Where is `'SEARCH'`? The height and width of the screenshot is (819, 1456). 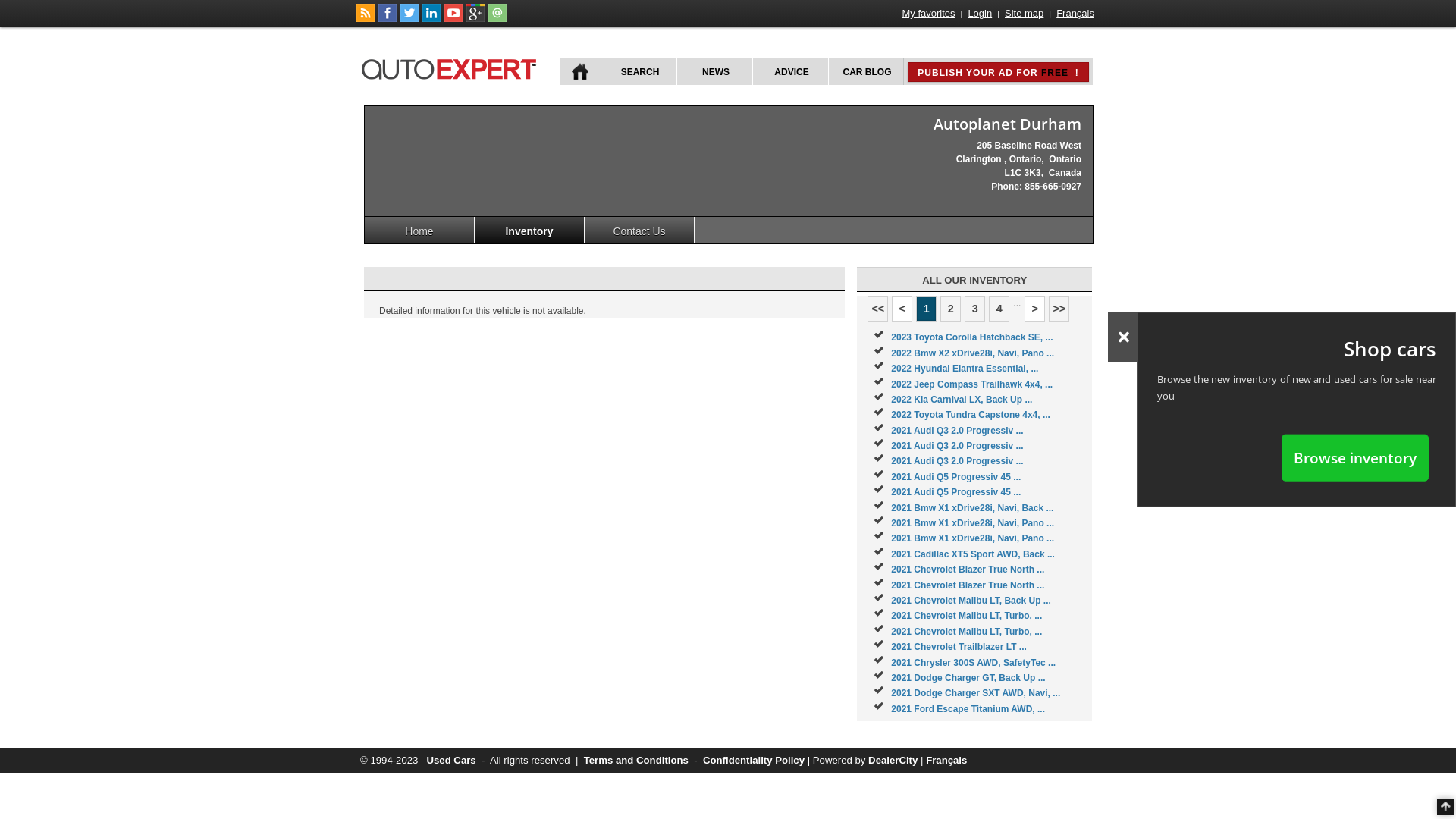 'SEARCH' is located at coordinates (638, 71).